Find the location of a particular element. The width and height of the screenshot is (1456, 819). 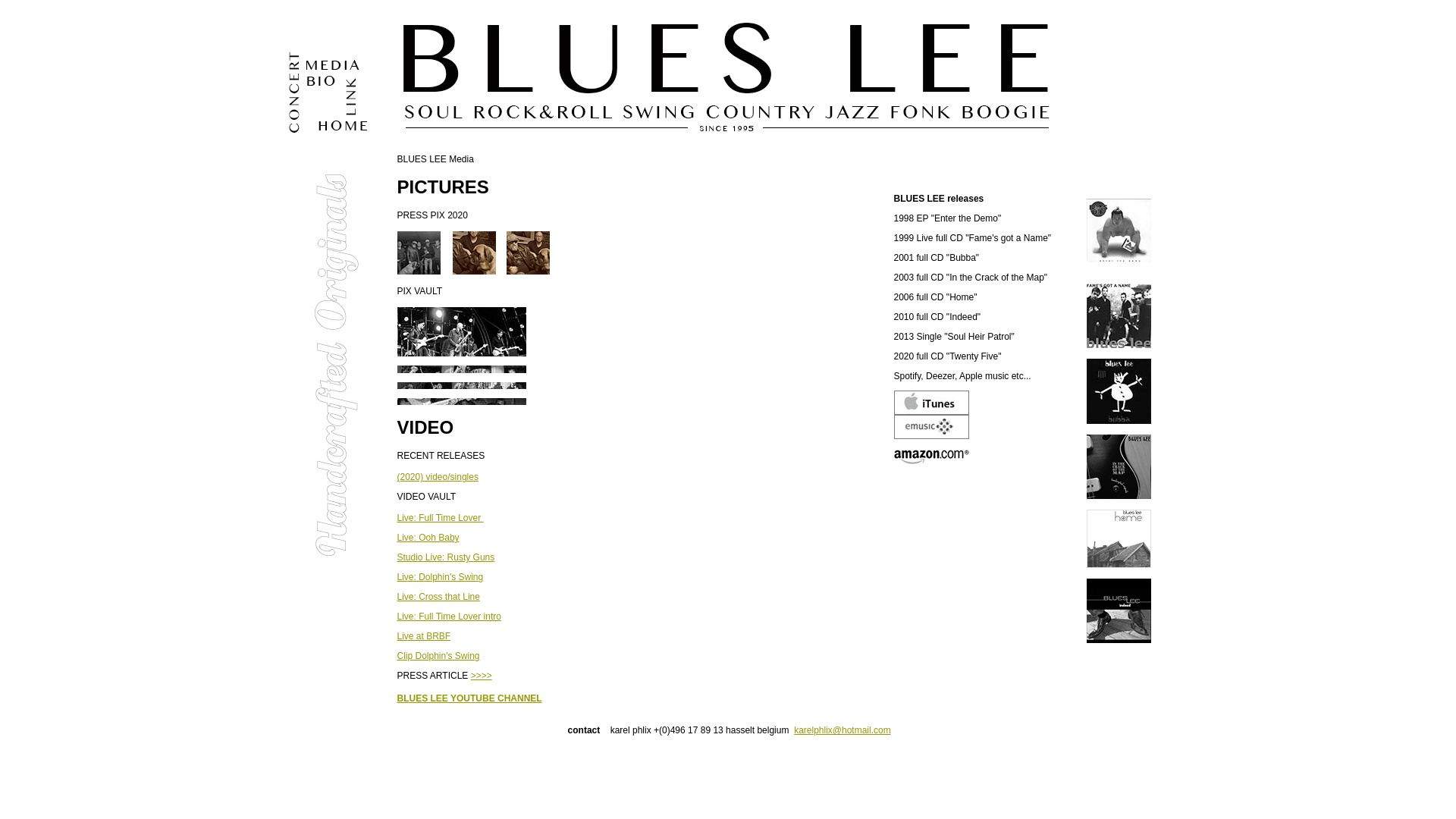

'karelphlix@hotmail.com' is located at coordinates (792, 730).